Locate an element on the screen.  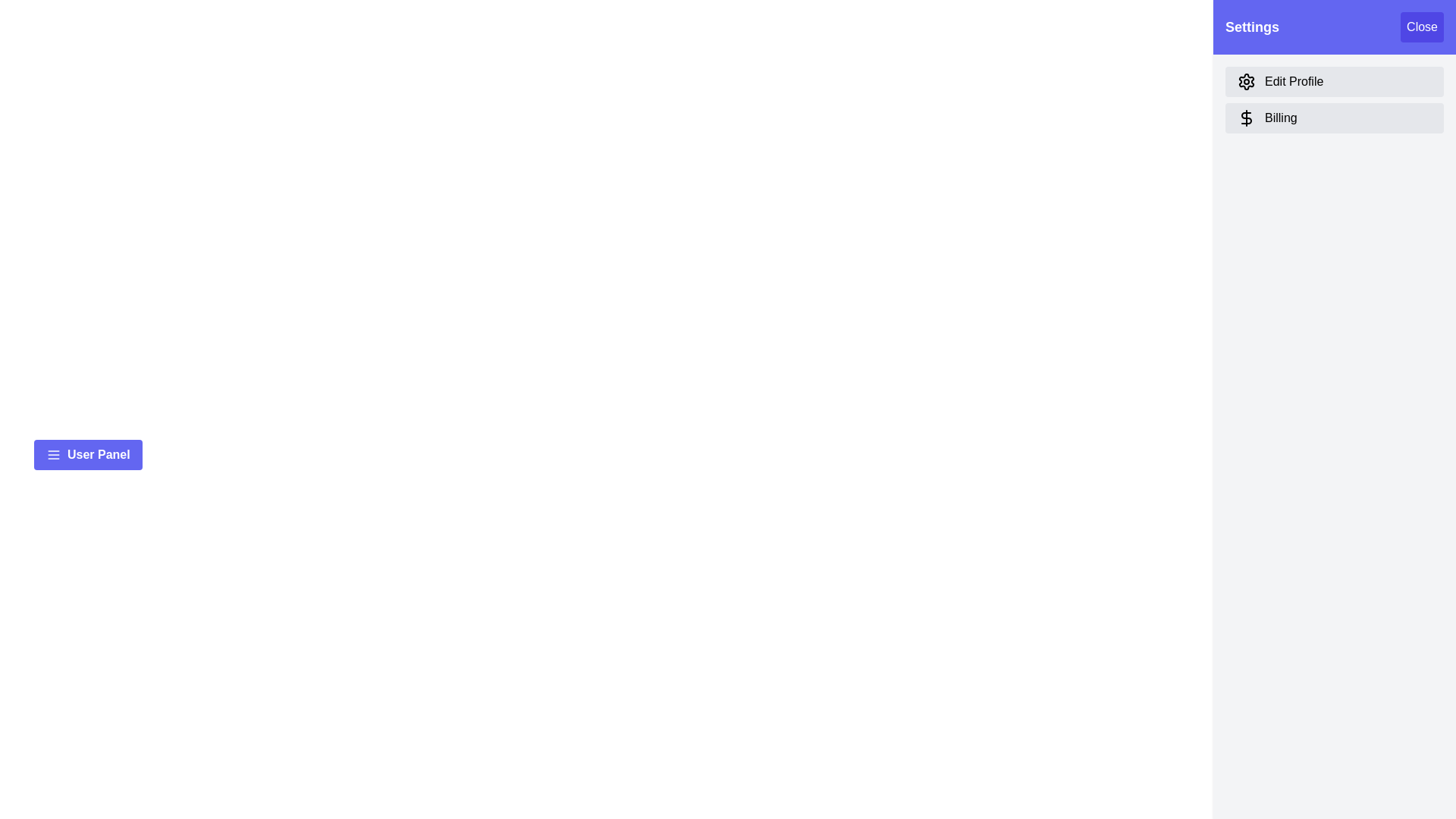
the 'Edit Profile' button is located at coordinates (1335, 82).